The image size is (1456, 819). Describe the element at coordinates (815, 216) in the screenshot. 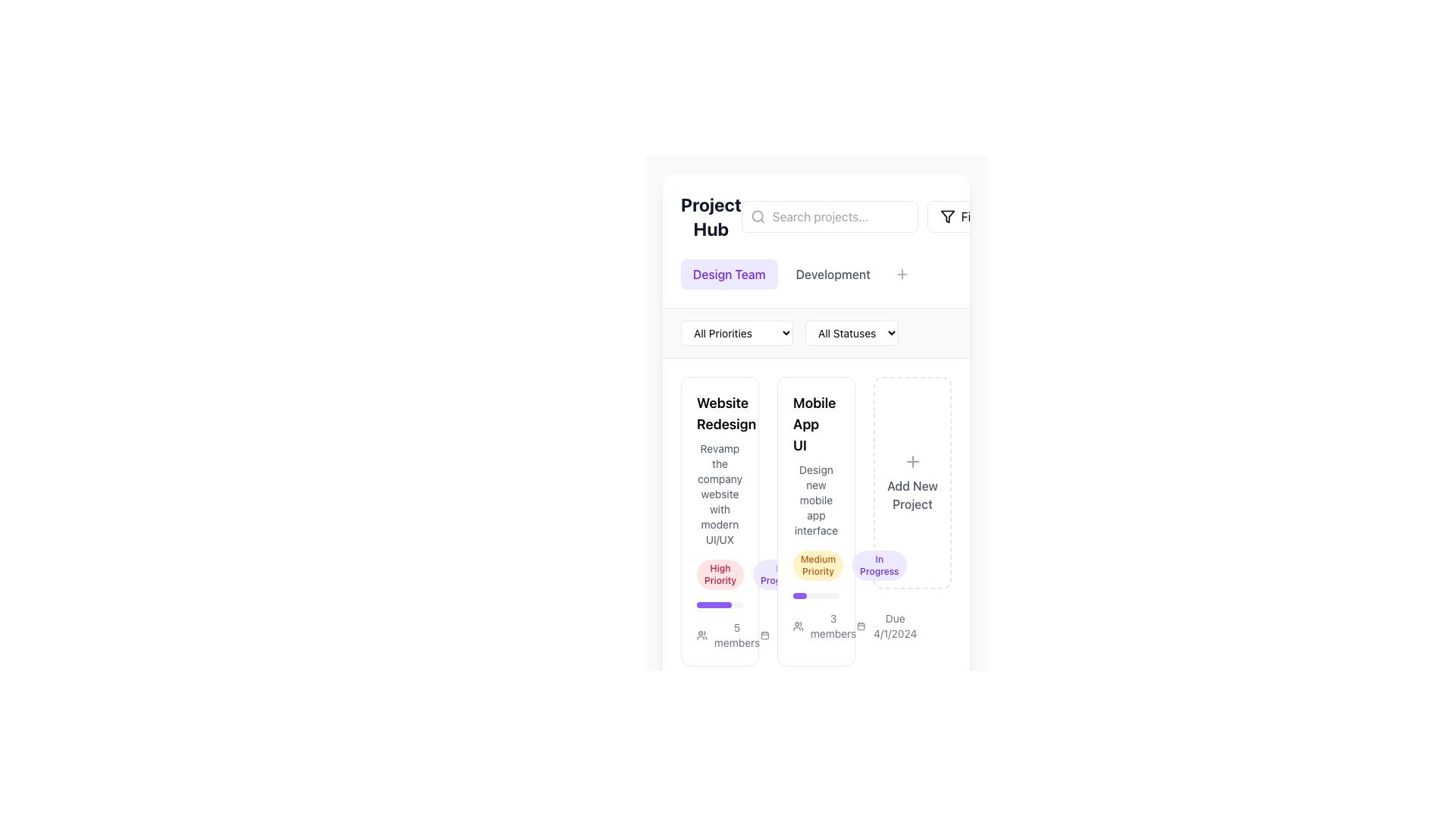

I see `the text input field labeled 'Search projects...' to focus on it` at that location.